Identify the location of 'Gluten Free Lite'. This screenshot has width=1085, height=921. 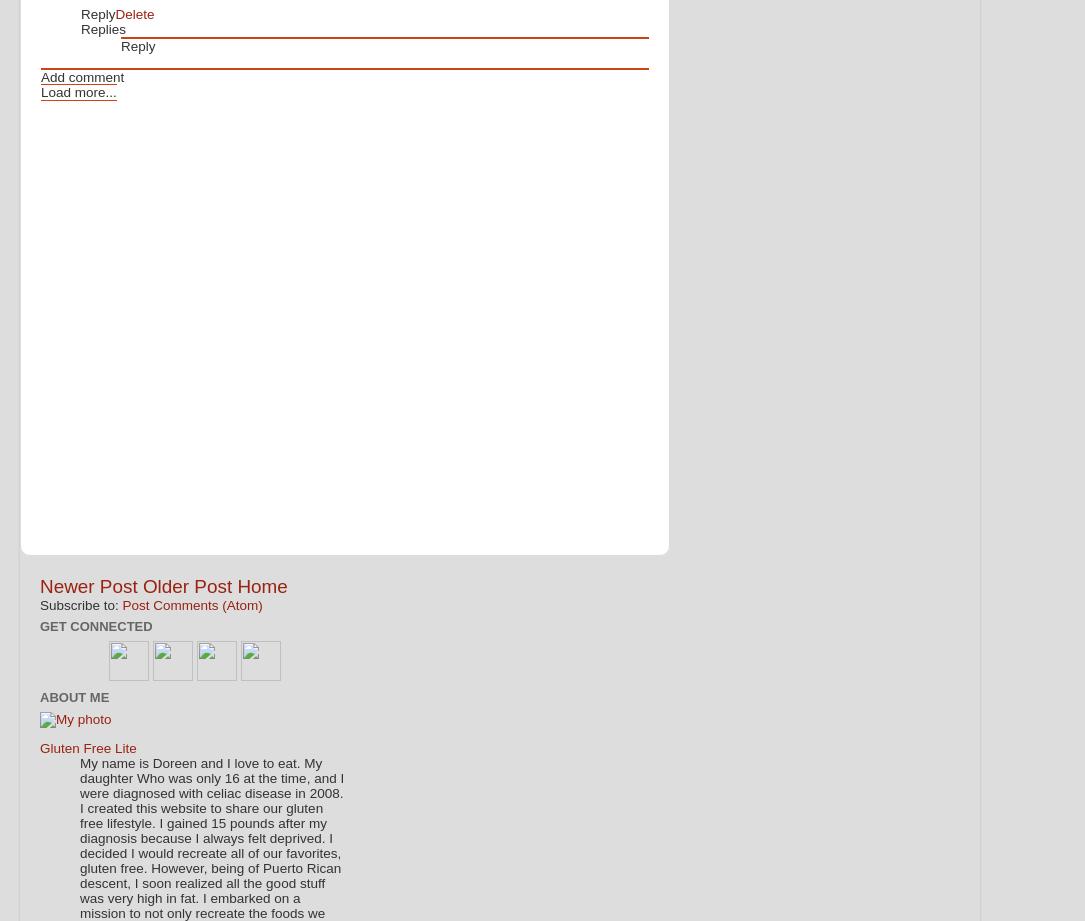
(86, 748).